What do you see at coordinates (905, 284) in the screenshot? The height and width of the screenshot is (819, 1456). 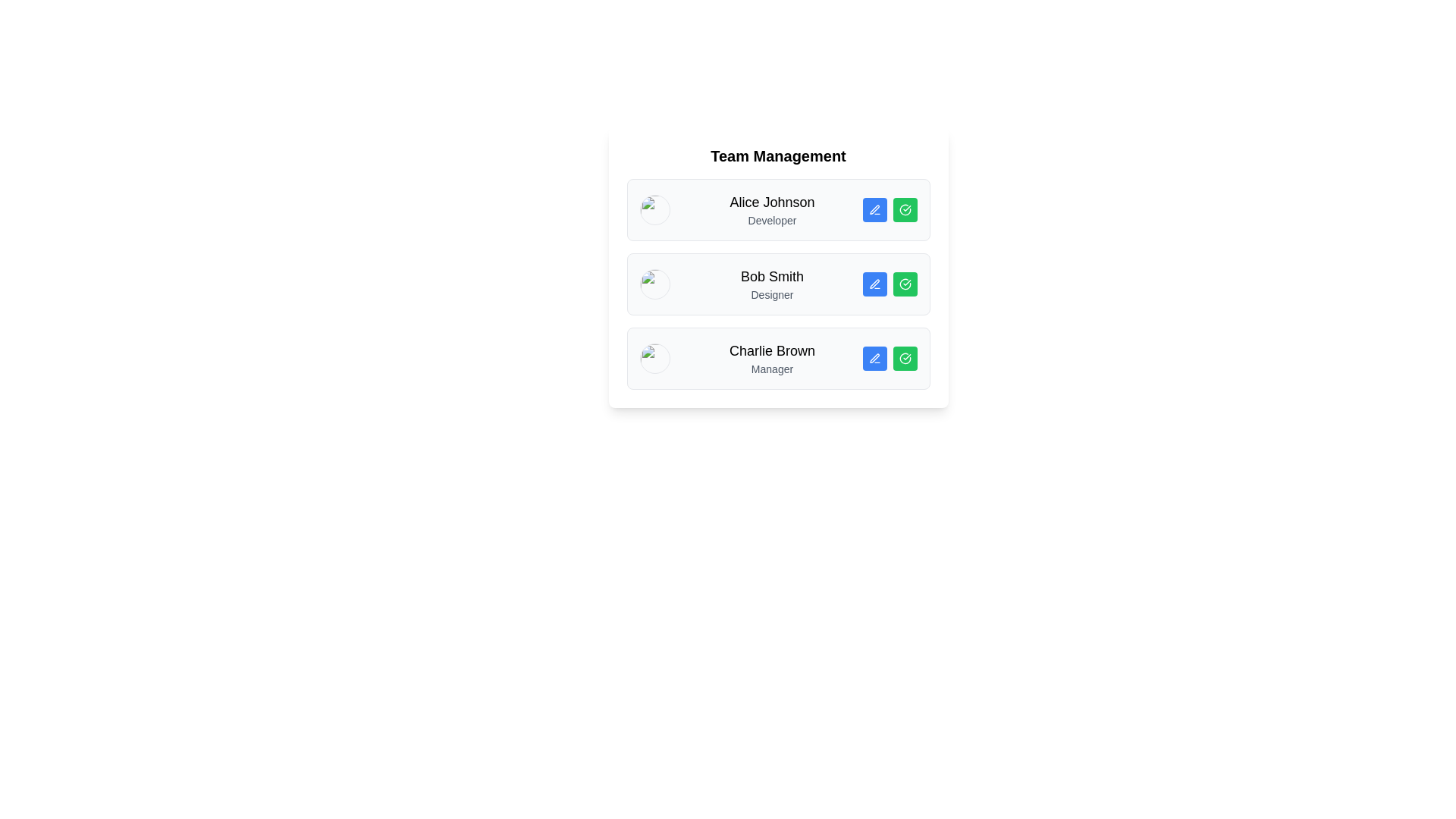 I see `the green filled circular icon with a thin outline located in the rightmost section of the second item in a vertical list of team members` at bounding box center [905, 284].